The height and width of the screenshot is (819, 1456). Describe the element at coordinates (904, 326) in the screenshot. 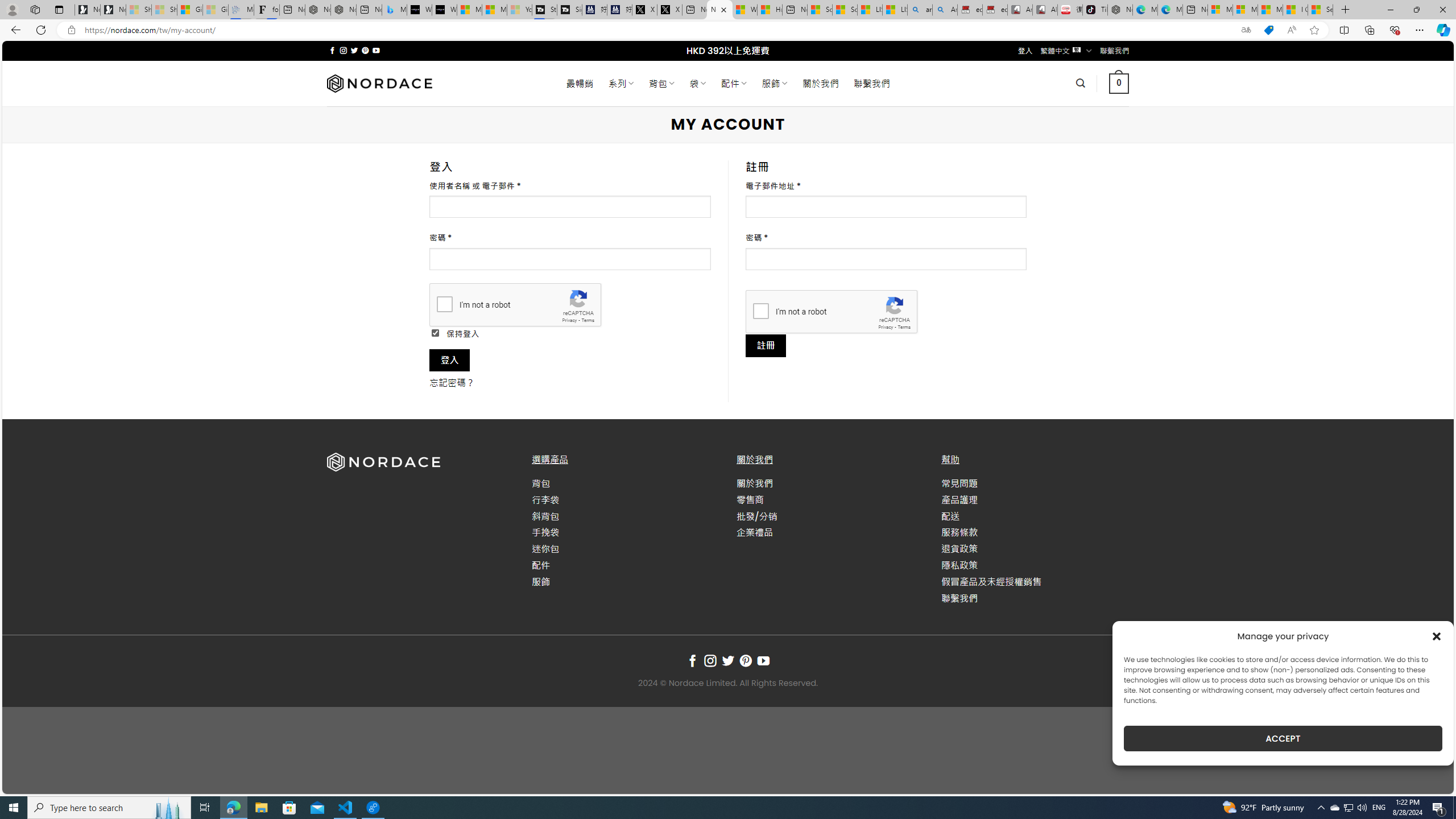

I see `'Terms'` at that location.